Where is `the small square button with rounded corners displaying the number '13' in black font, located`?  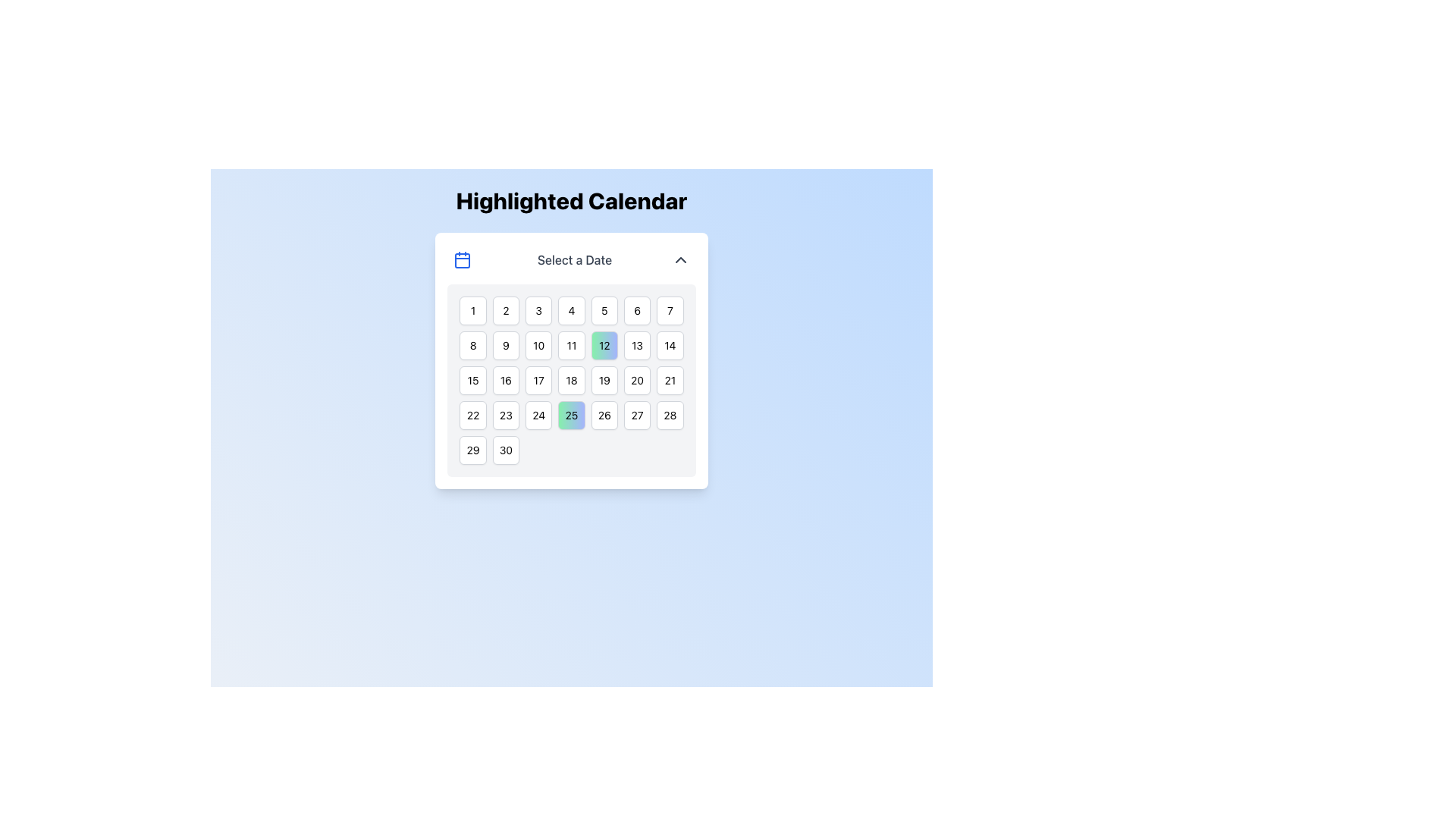 the small square button with rounded corners displaying the number '13' in black font, located is located at coordinates (637, 345).